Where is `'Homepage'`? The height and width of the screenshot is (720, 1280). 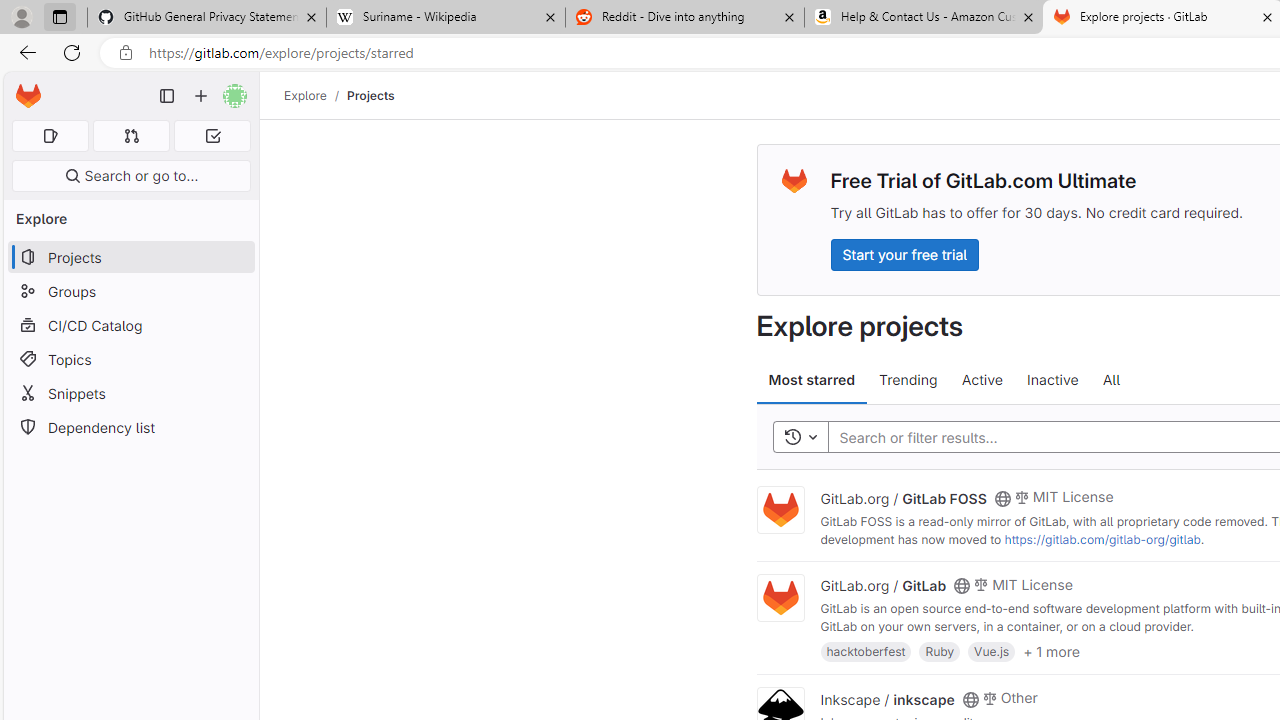
'Homepage' is located at coordinates (28, 96).